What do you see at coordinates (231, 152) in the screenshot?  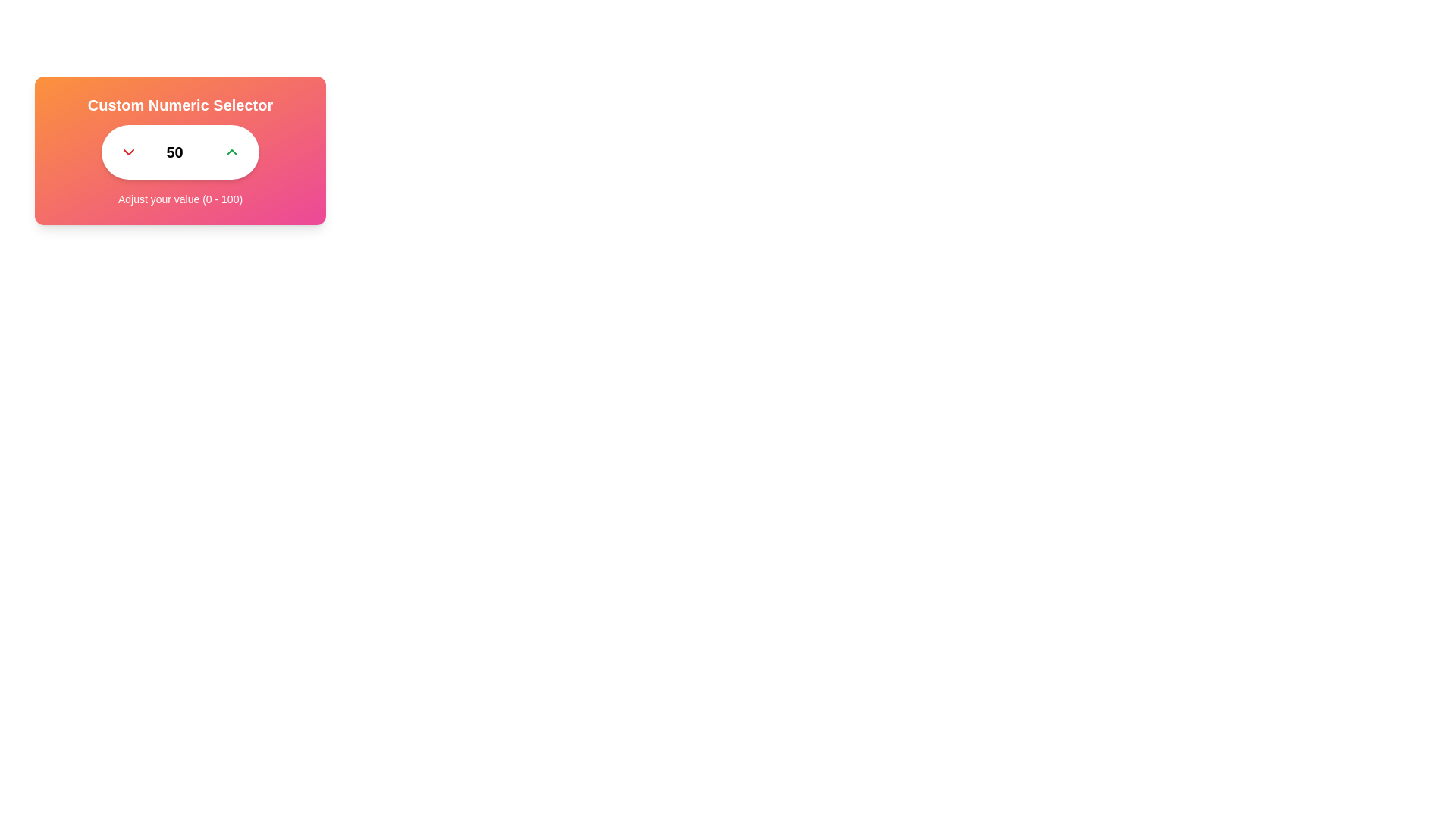 I see `the chevron arrow icon located on the right side of the number input component to increment the displayed value` at bounding box center [231, 152].